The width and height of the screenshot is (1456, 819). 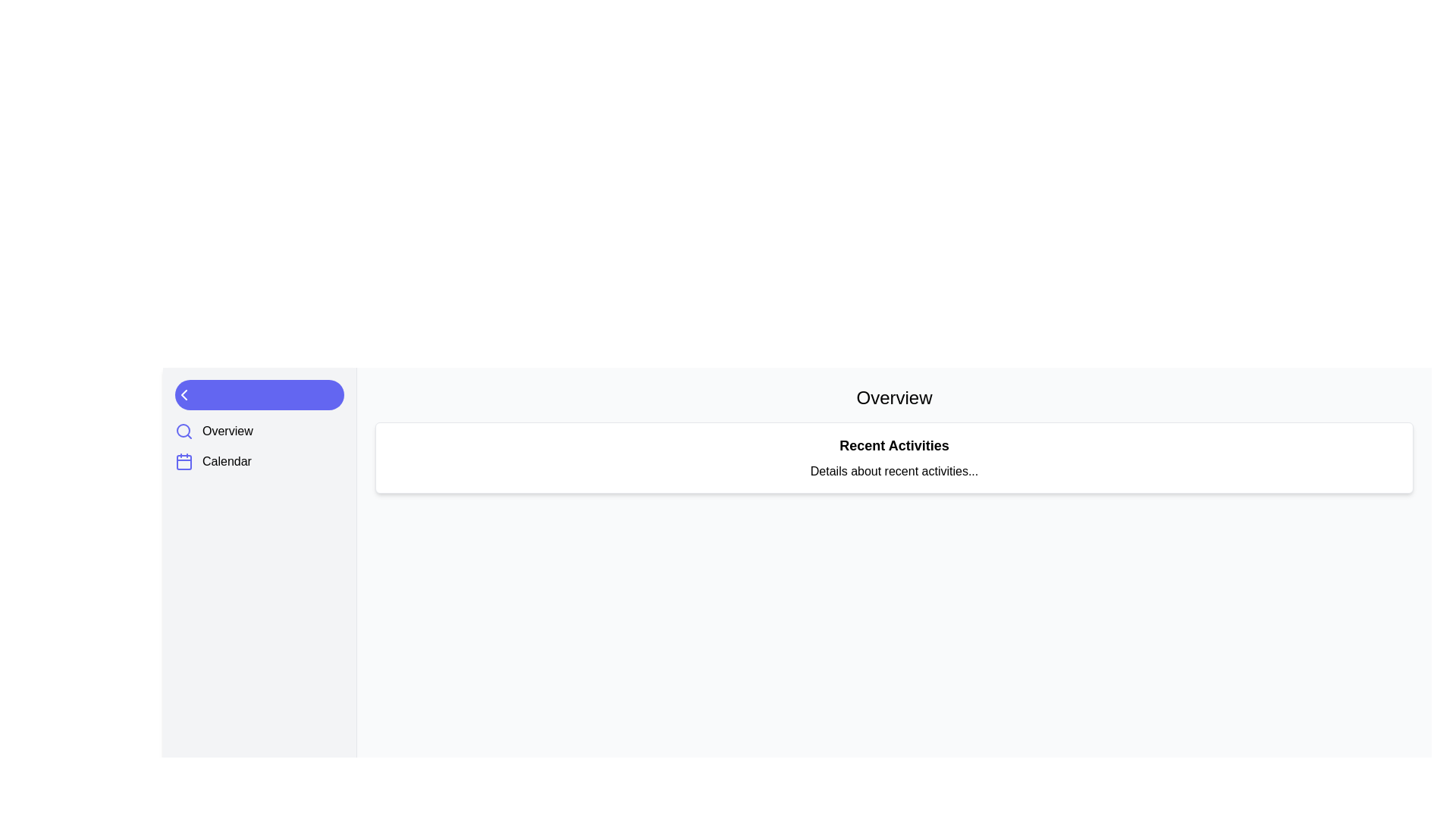 I want to click on the first navigation link in the left-side panel, so click(x=213, y=431).